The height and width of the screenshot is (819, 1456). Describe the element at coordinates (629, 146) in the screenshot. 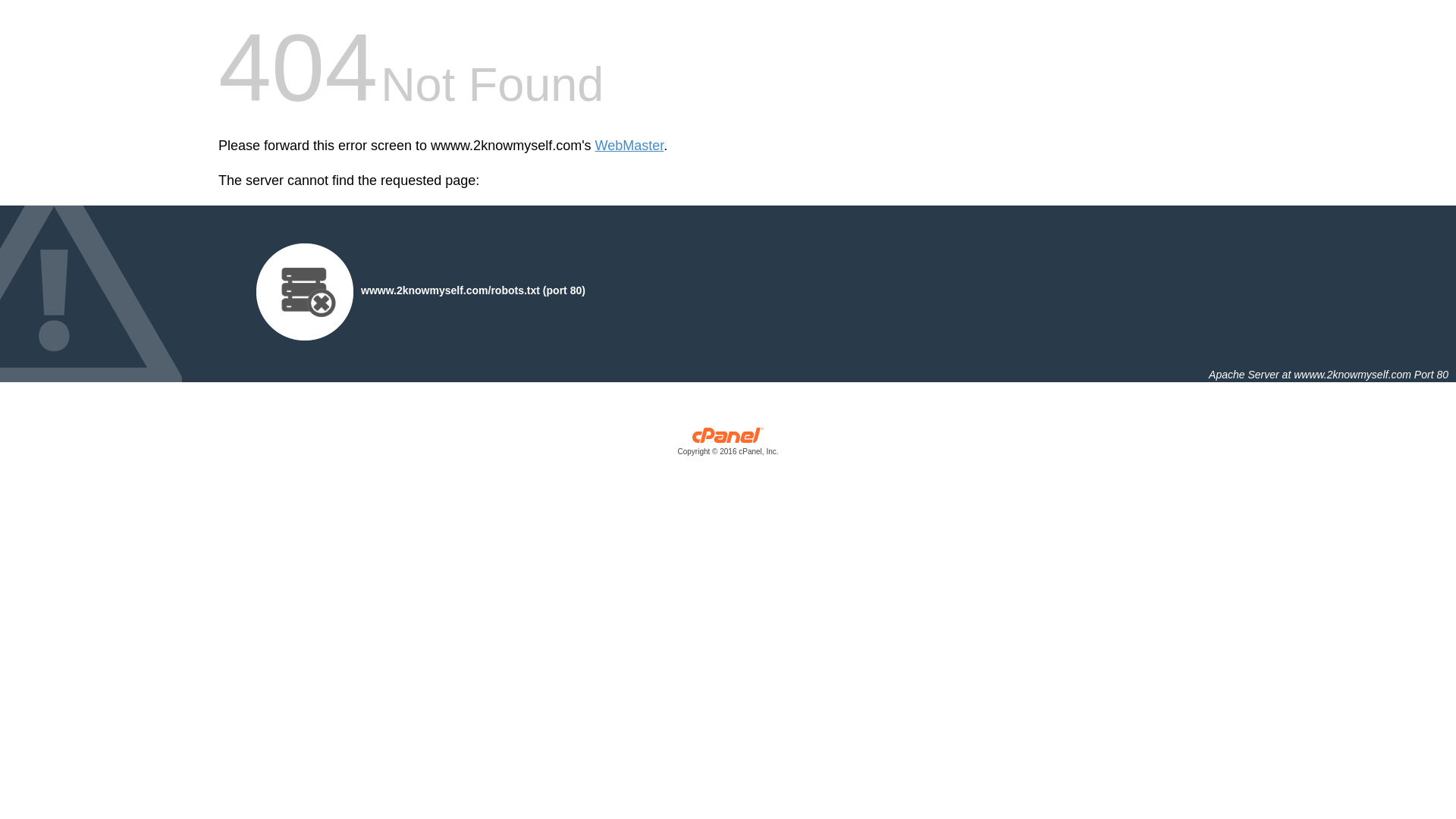

I see `'WebMaster'` at that location.